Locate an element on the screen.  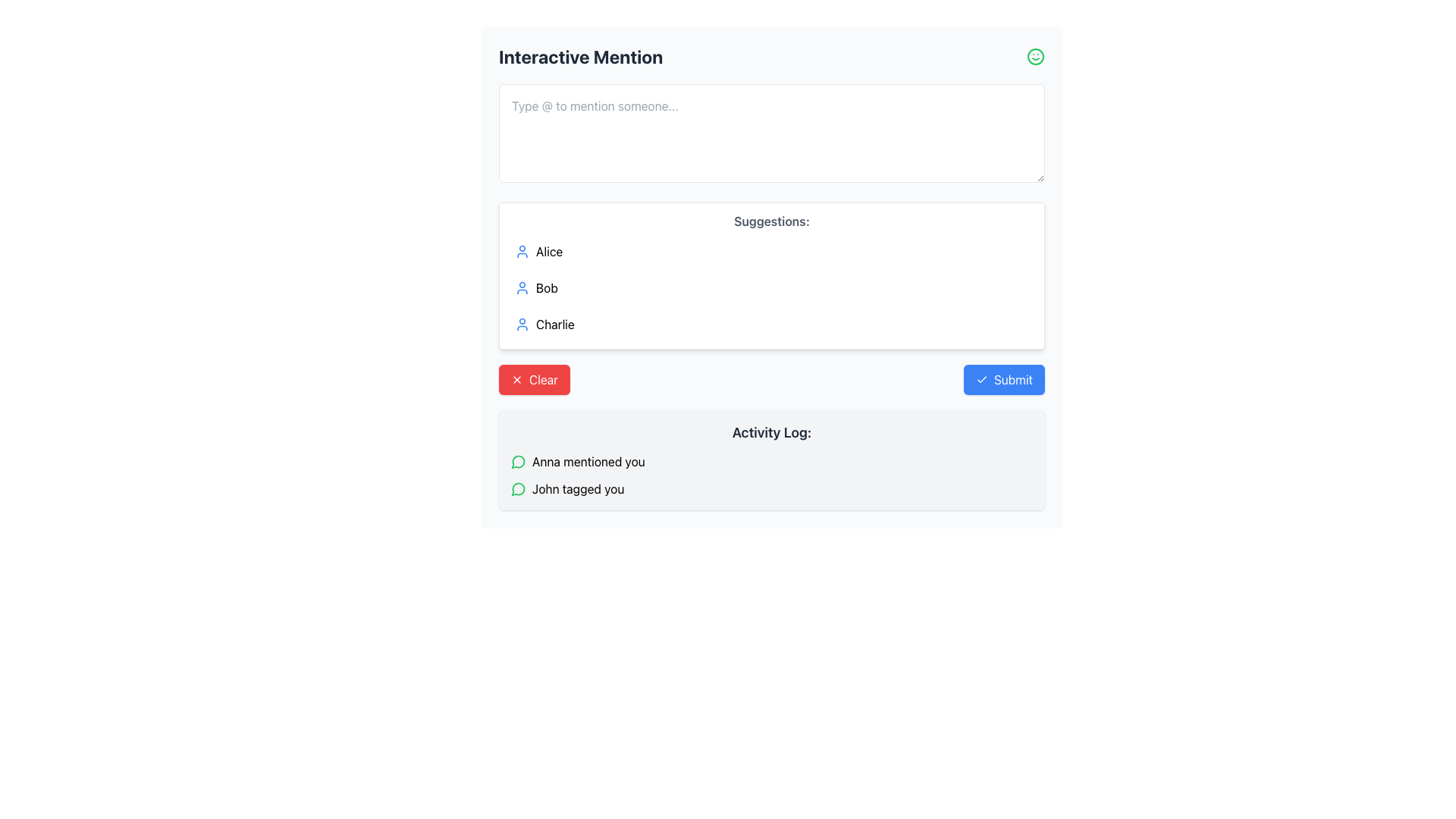
the reset button located to the left of the 'Submit' button is located at coordinates (535, 379).